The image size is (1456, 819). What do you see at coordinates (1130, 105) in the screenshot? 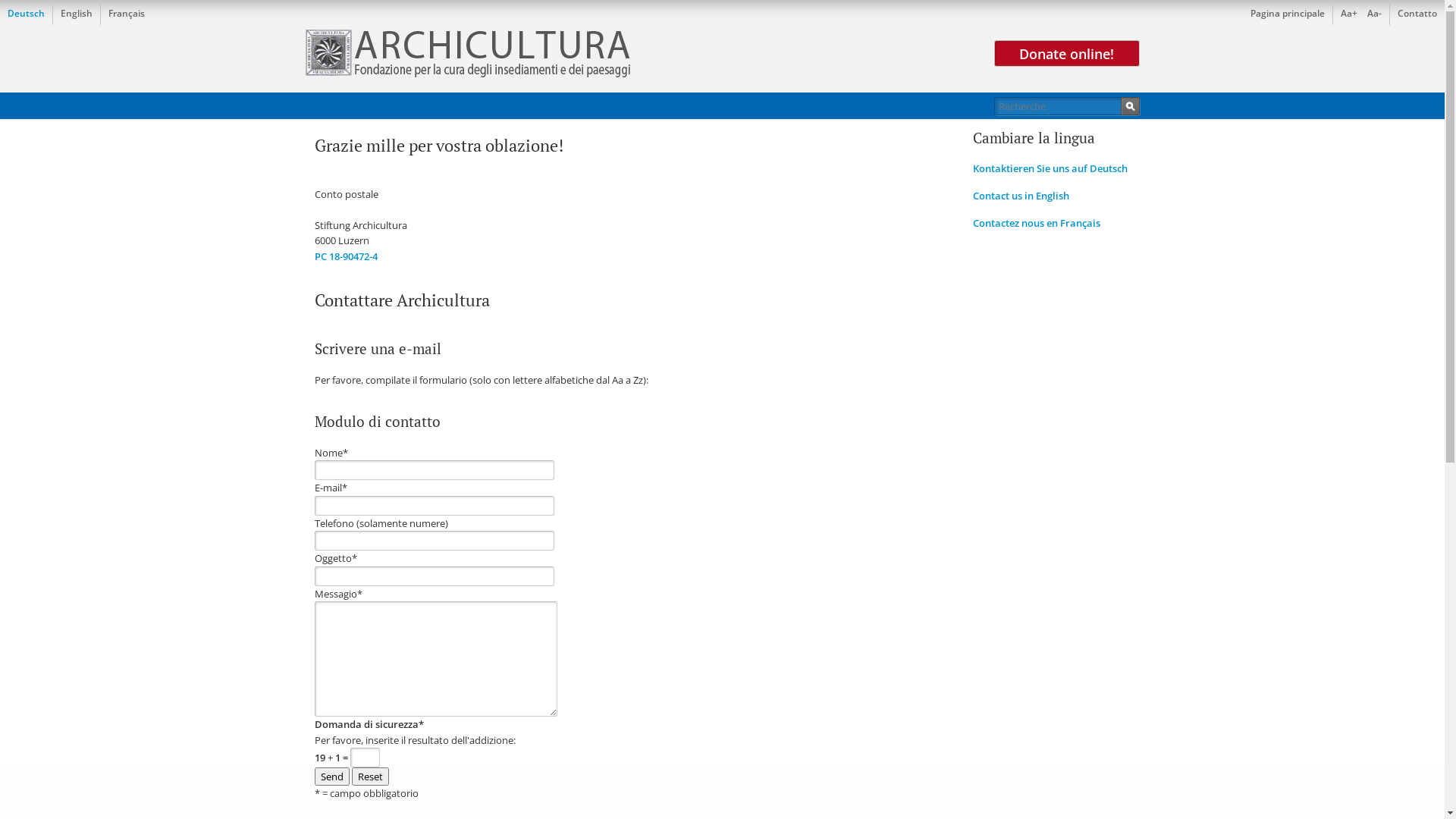
I see `'Recherche'` at bounding box center [1130, 105].